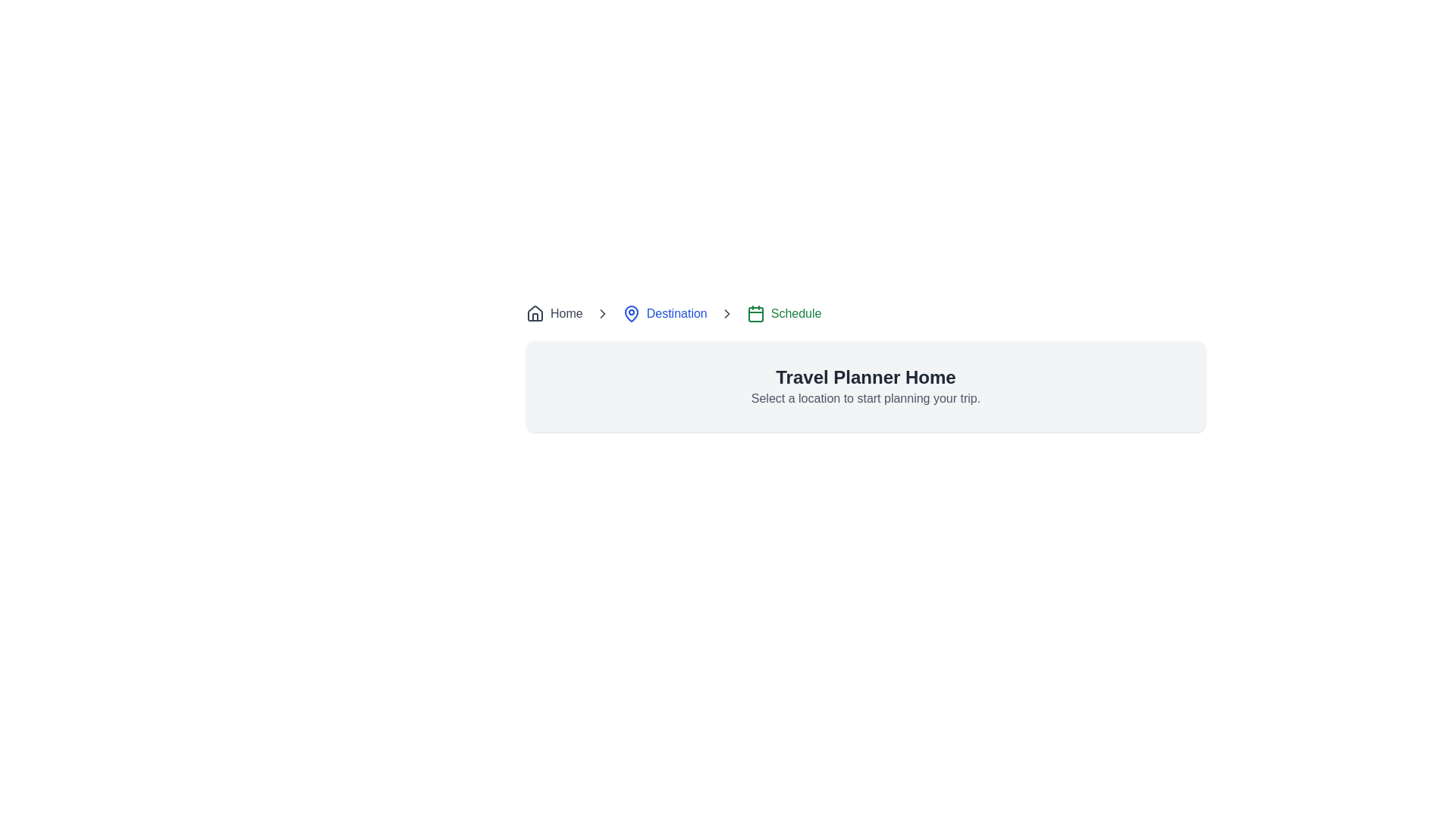 Image resolution: width=1456 pixels, height=819 pixels. Describe the element at coordinates (866, 397) in the screenshot. I see `the informational text guiding the user to select a location for trip planning, which is located beneath the title 'Travel Planner Home'` at that location.